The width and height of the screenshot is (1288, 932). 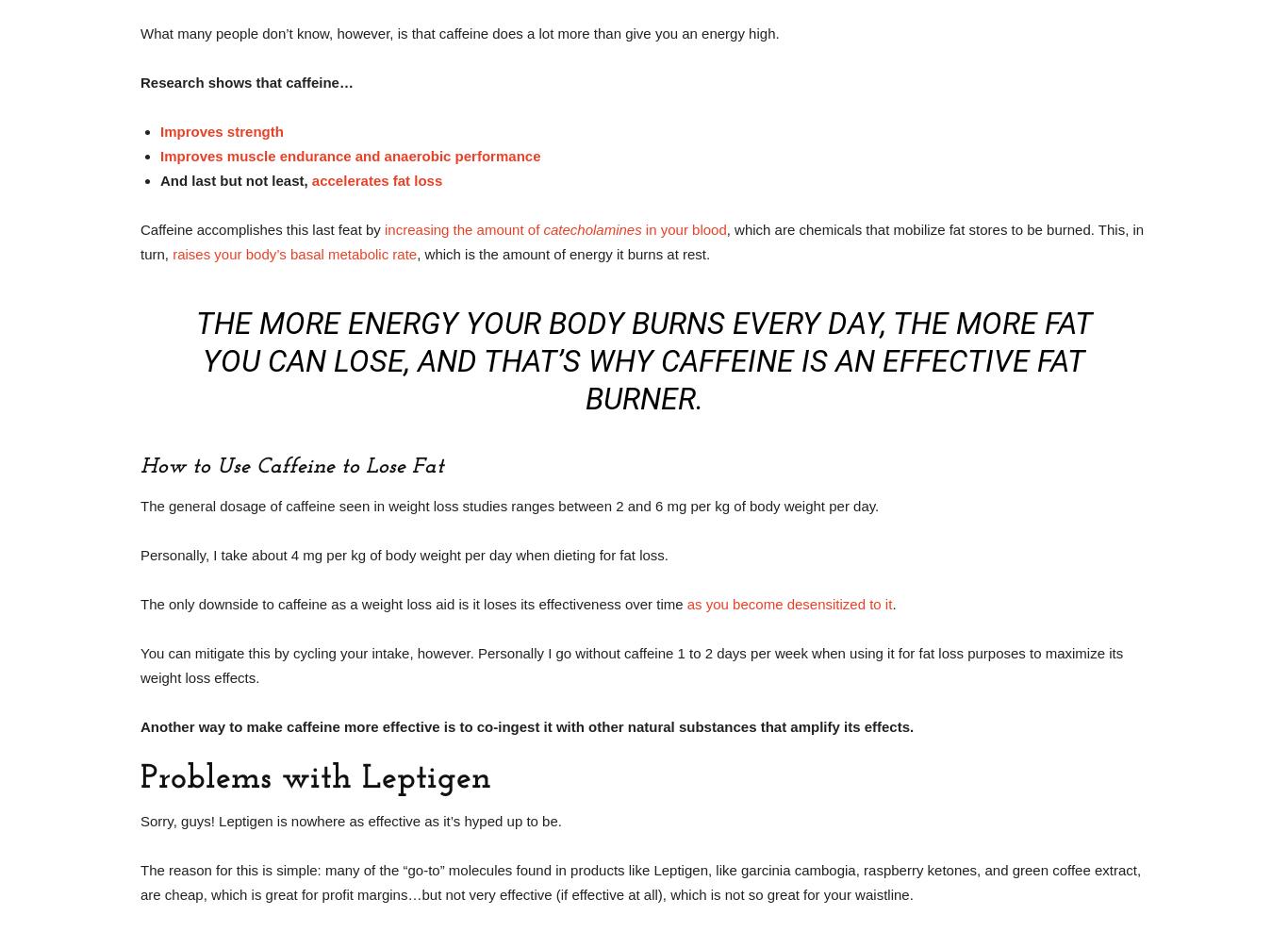 What do you see at coordinates (464, 229) in the screenshot?
I see `'increasing the amount of'` at bounding box center [464, 229].